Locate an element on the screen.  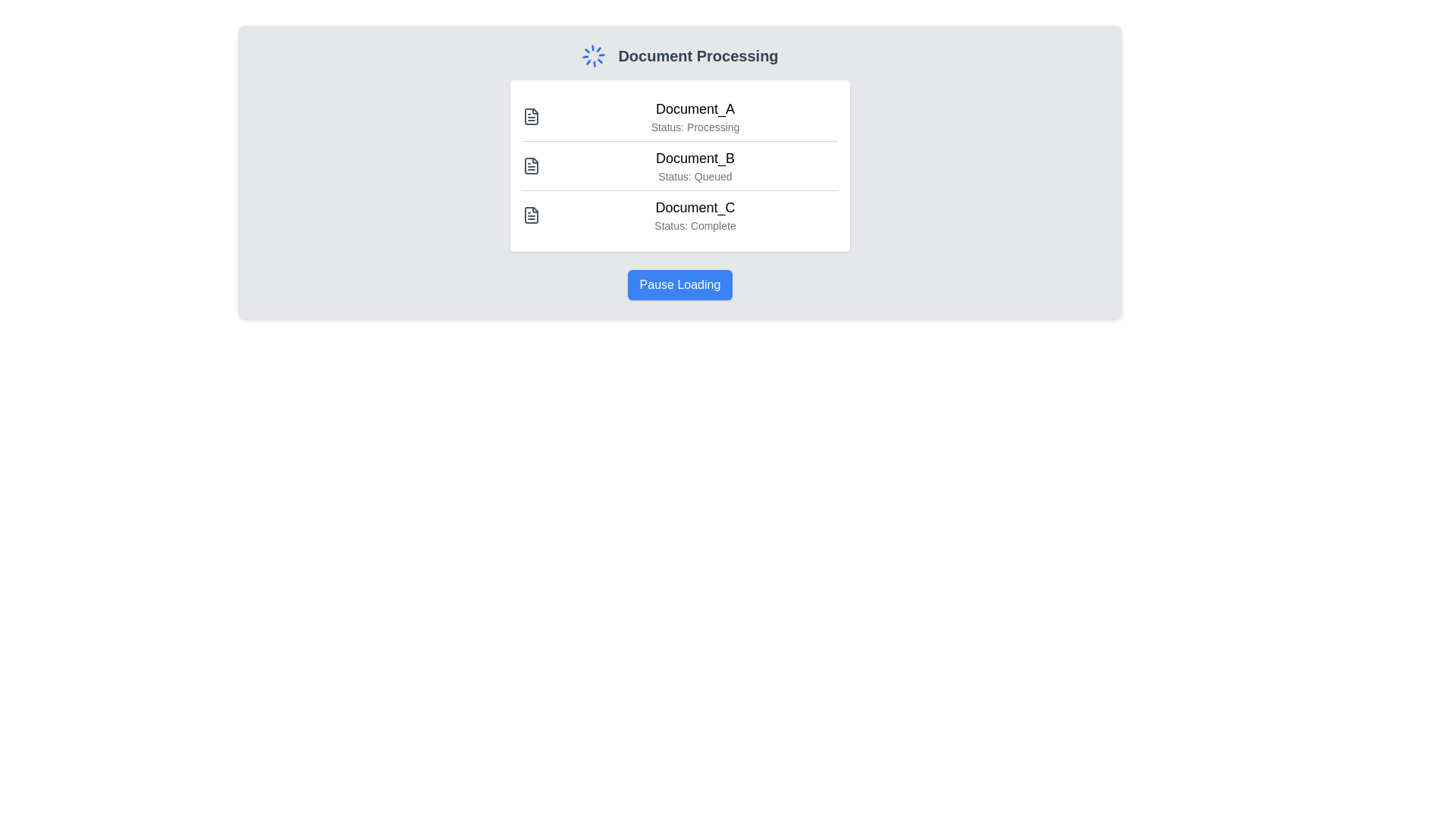
the informational text block with the title 'Document_C' and subtitle 'Status: Complete', which is the third entry in a vertically stacked list of similar elements is located at coordinates (679, 215).